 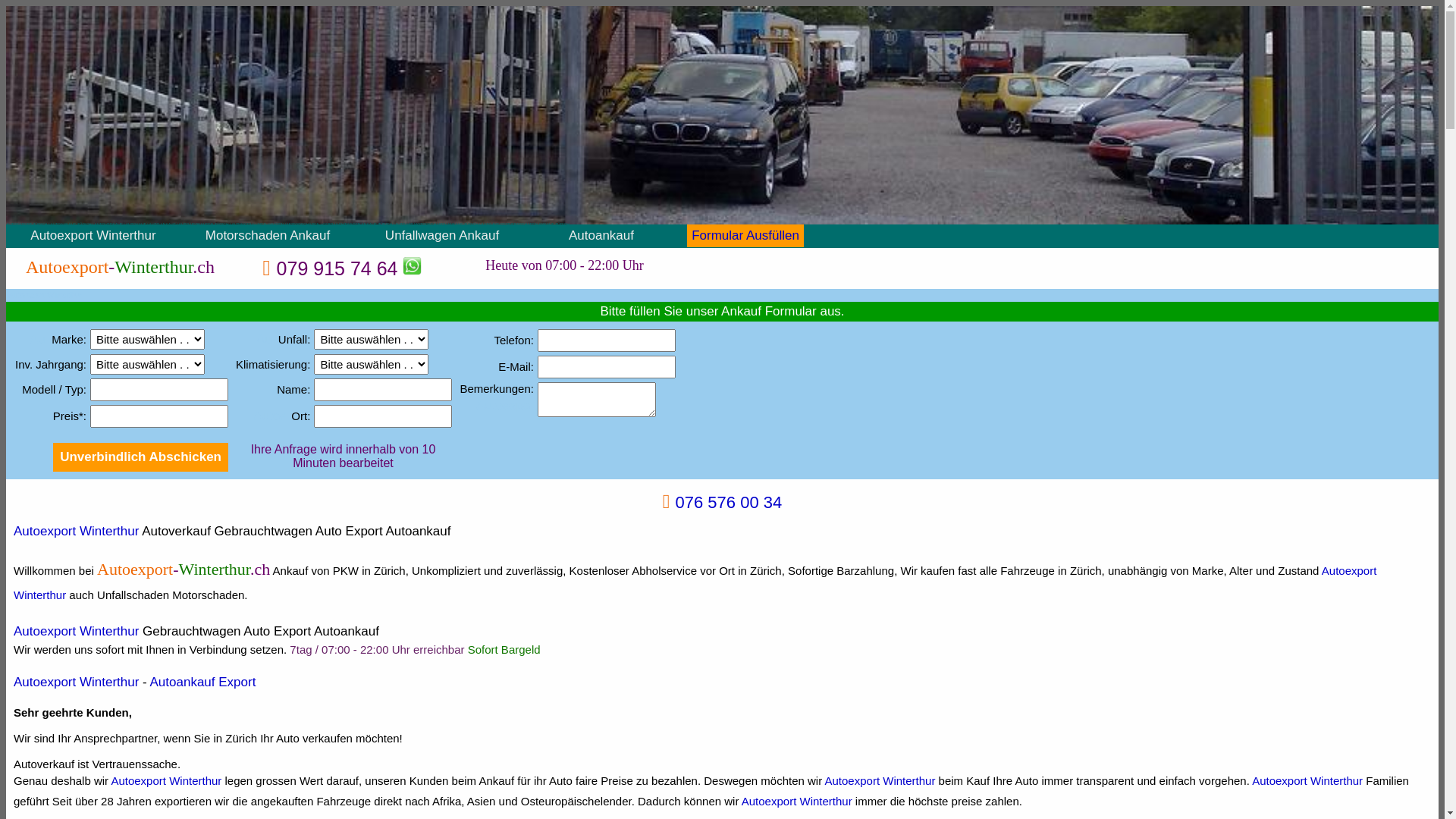 I want to click on 'Autoexport-Winterthur.ch', so click(x=119, y=265).